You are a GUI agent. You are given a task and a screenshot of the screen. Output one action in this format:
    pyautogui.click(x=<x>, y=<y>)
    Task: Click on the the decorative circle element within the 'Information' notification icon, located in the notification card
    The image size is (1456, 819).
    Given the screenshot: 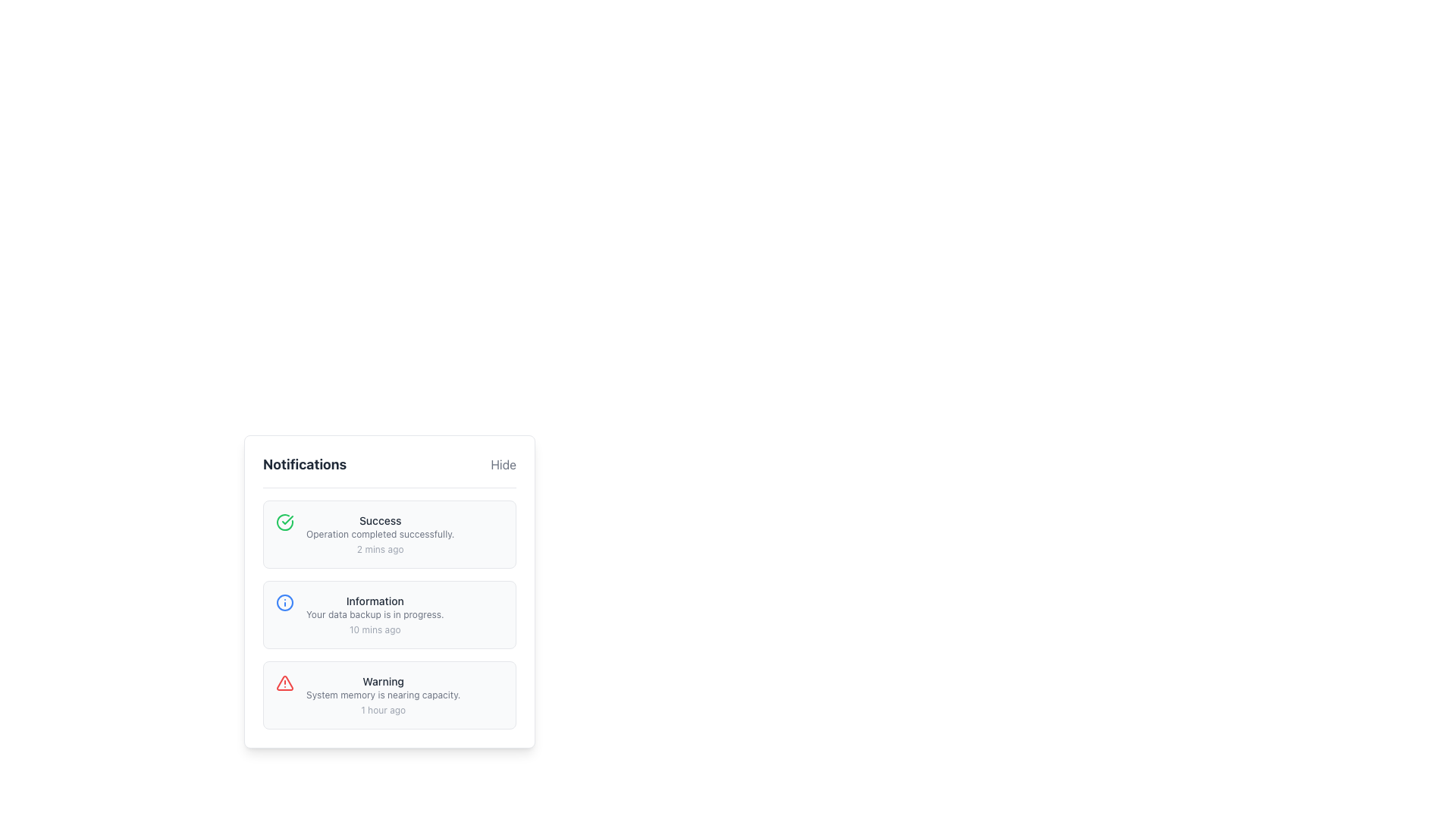 What is the action you would take?
    pyautogui.click(x=284, y=601)
    